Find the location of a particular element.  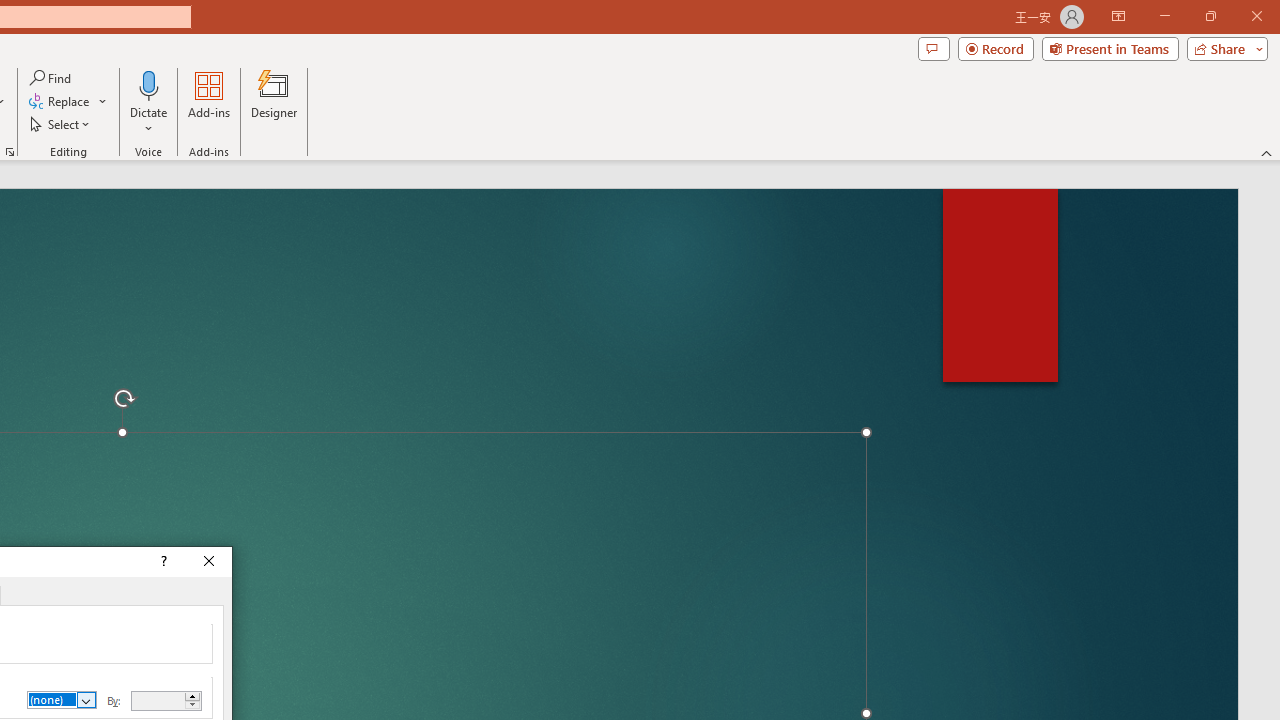

'Context help' is located at coordinates (162, 561).